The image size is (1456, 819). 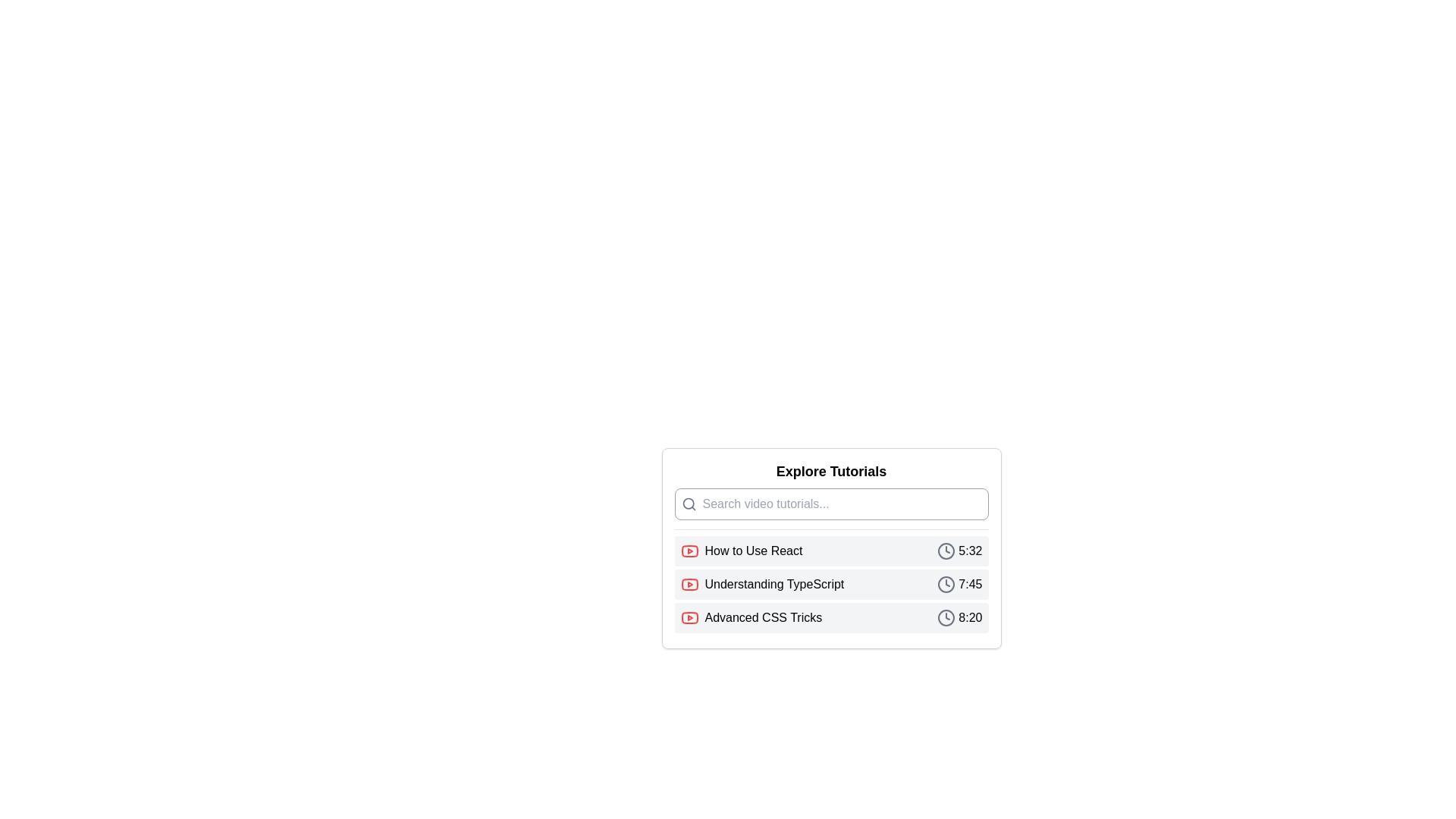 What do you see at coordinates (946, 584) in the screenshot?
I see `the gray SVG clock icon located to the left of the text '7:45' in the 'Explore Tutorials' section` at bounding box center [946, 584].